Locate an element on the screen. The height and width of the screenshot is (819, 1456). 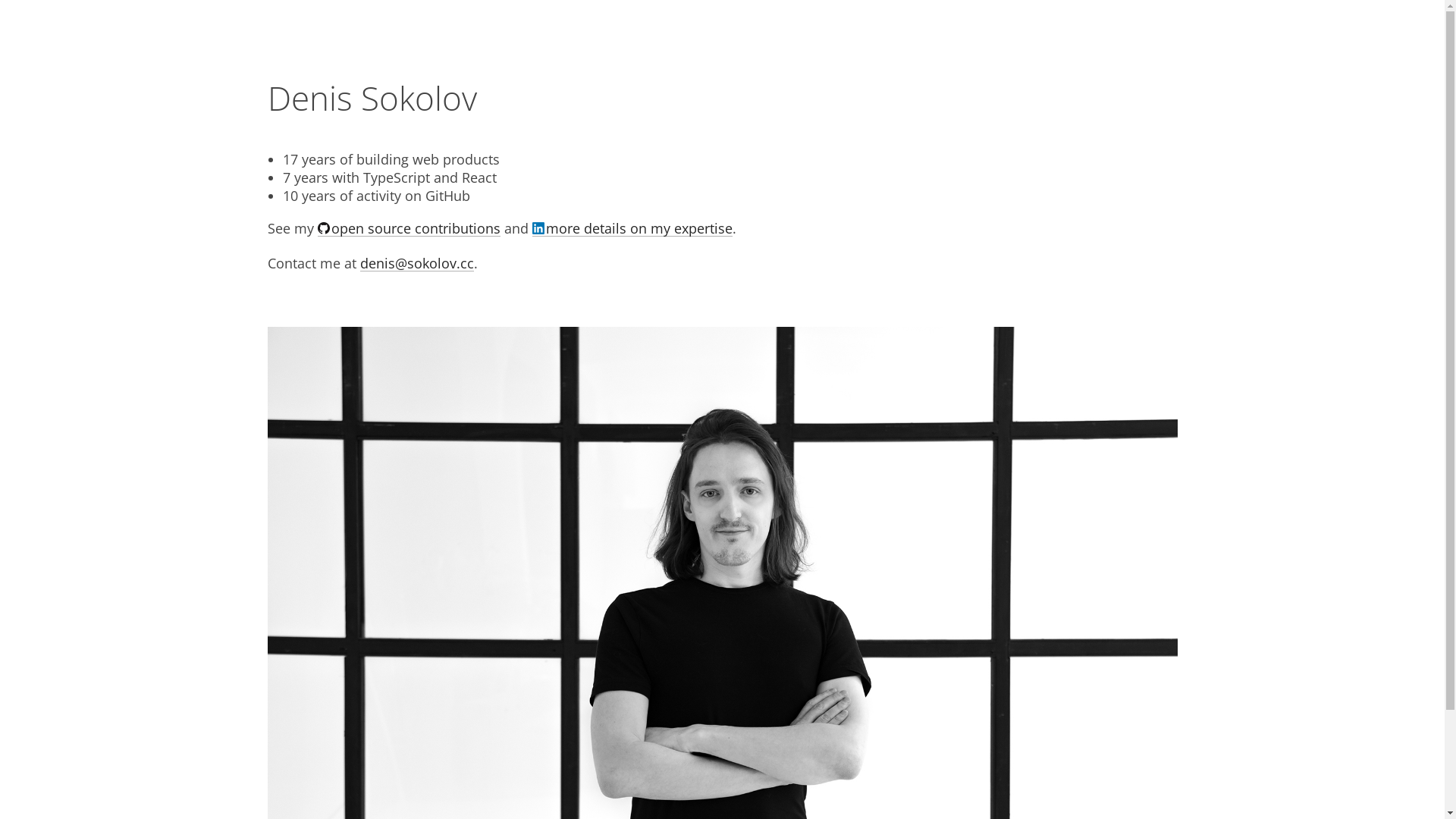
'denis@sokolov.cc' is located at coordinates (416, 265).